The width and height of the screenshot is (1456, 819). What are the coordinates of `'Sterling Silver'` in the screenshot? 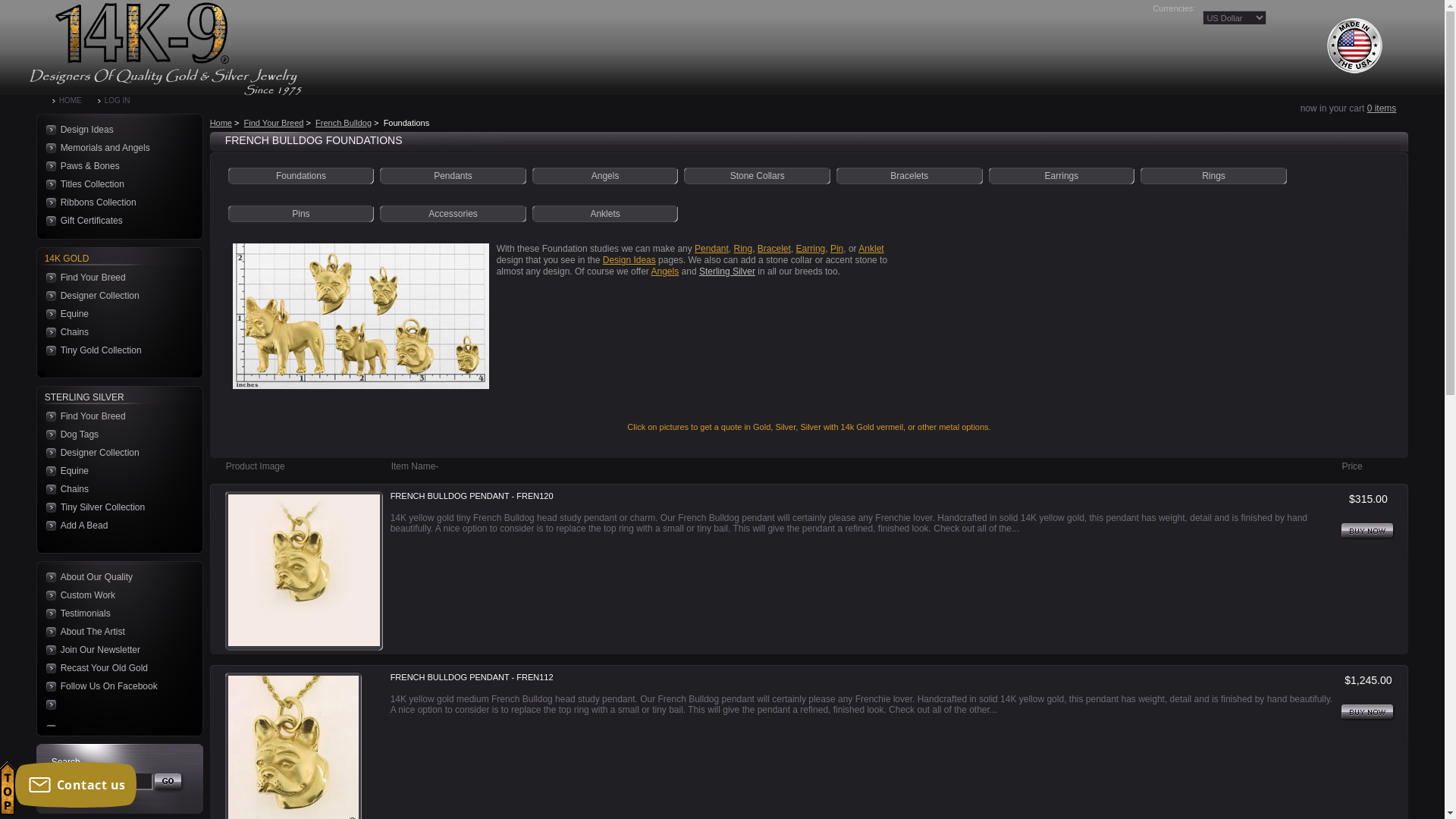 It's located at (698, 271).